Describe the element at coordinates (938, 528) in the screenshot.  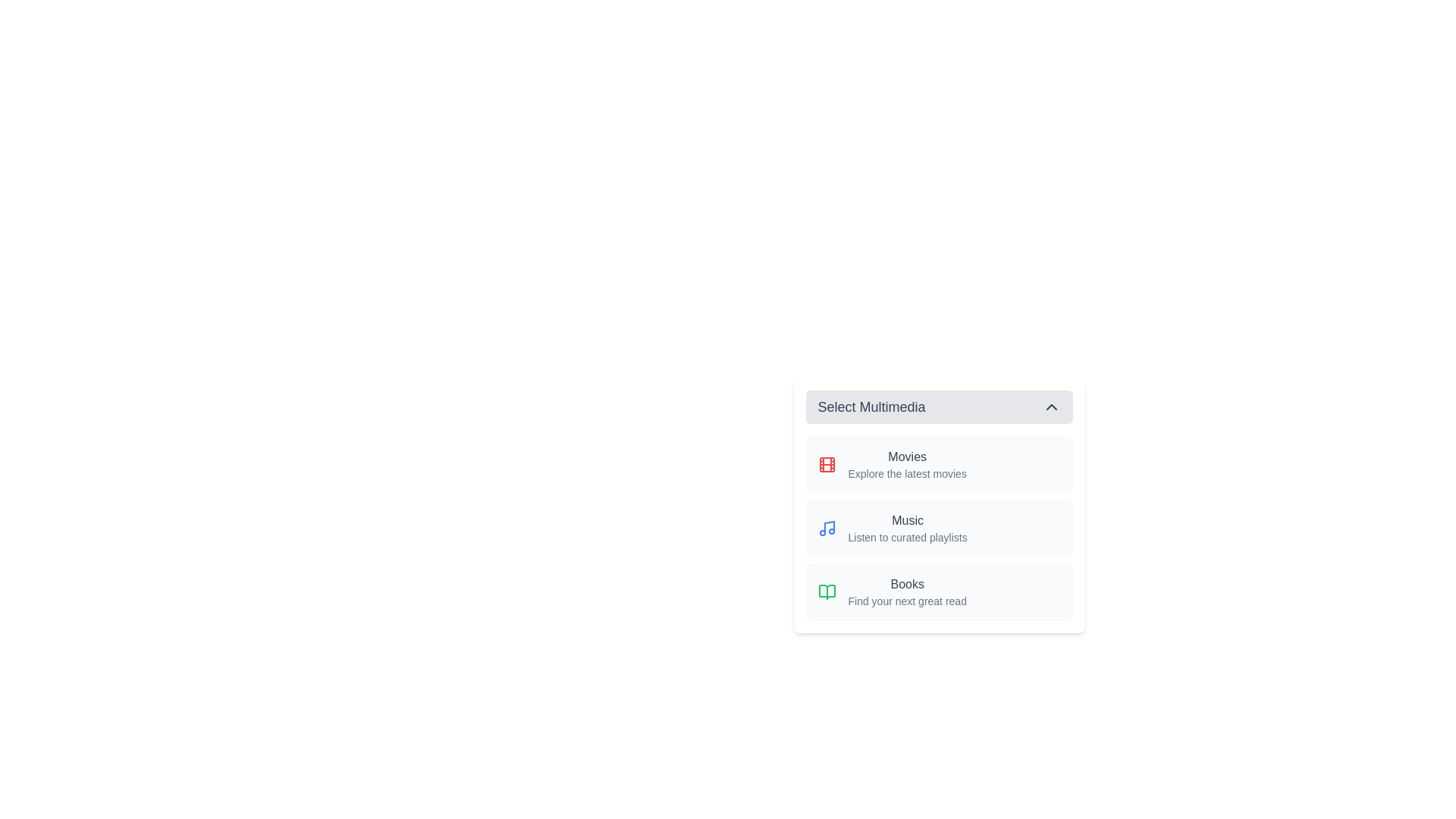
I see `the 'Music' category card located in the vertical list, which is the second card below the title 'Movies' and above 'Books'` at that location.